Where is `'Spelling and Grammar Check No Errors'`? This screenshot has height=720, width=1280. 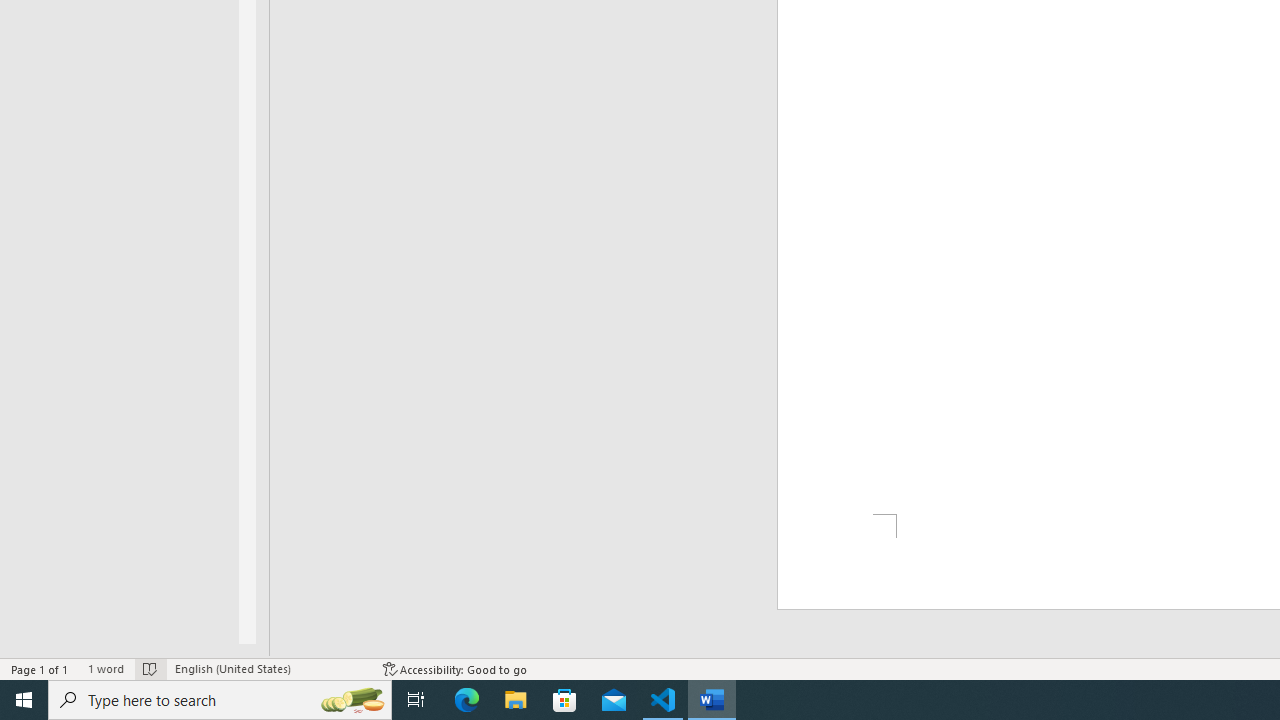
'Spelling and Grammar Check No Errors' is located at coordinates (149, 669).